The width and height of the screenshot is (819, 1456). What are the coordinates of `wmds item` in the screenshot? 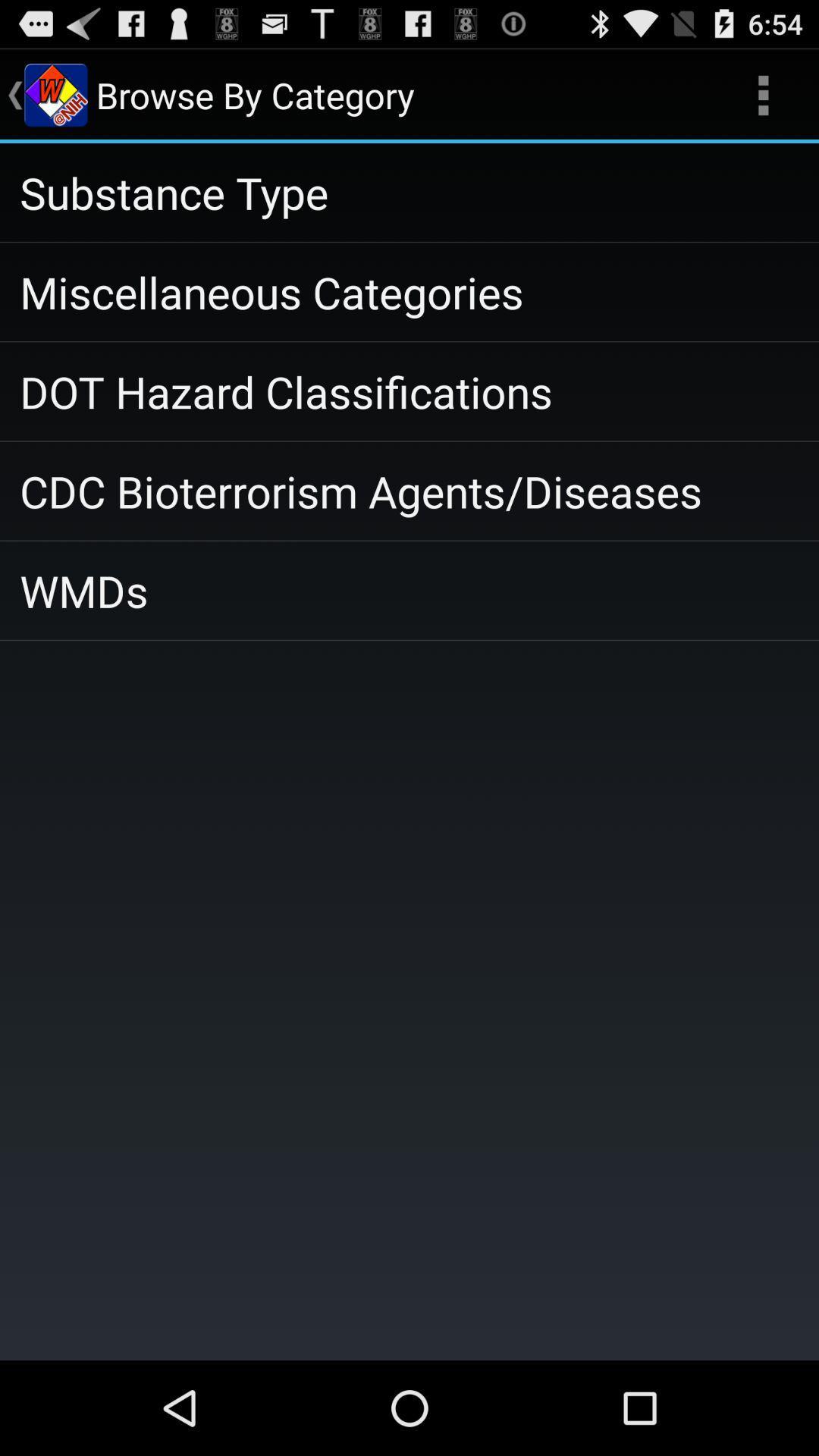 It's located at (409, 589).